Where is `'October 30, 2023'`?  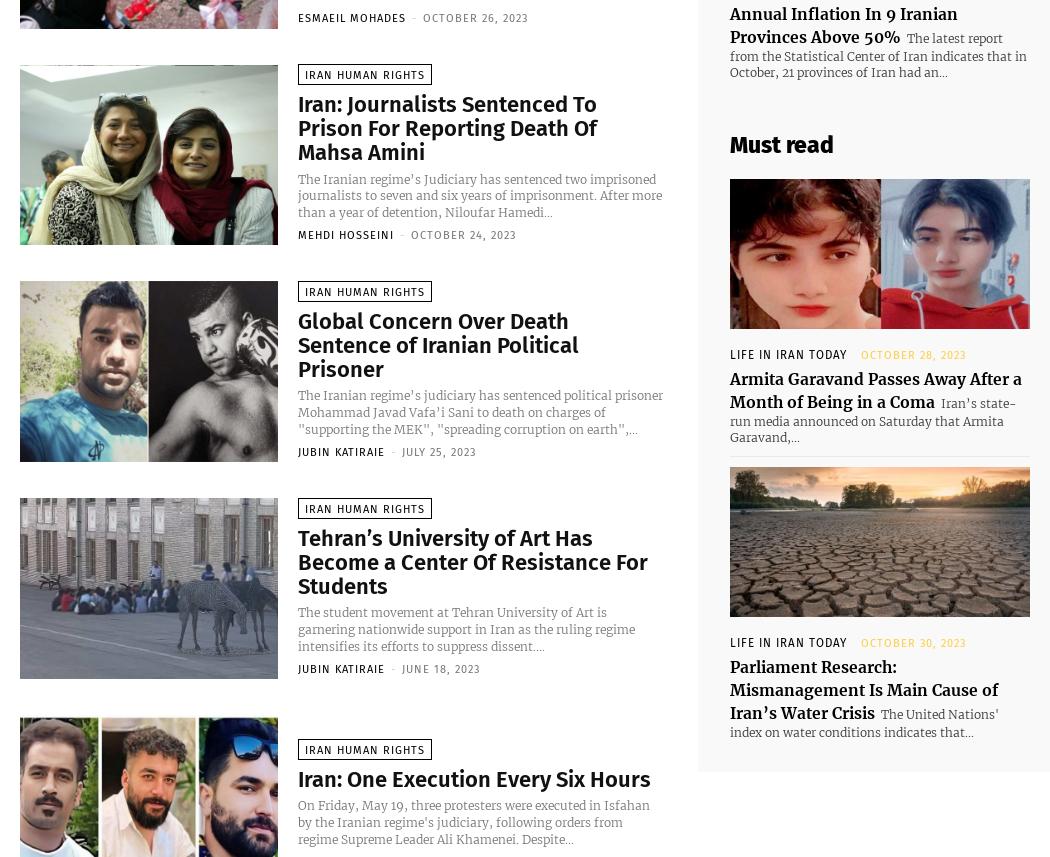 'October 30, 2023' is located at coordinates (909, 612).